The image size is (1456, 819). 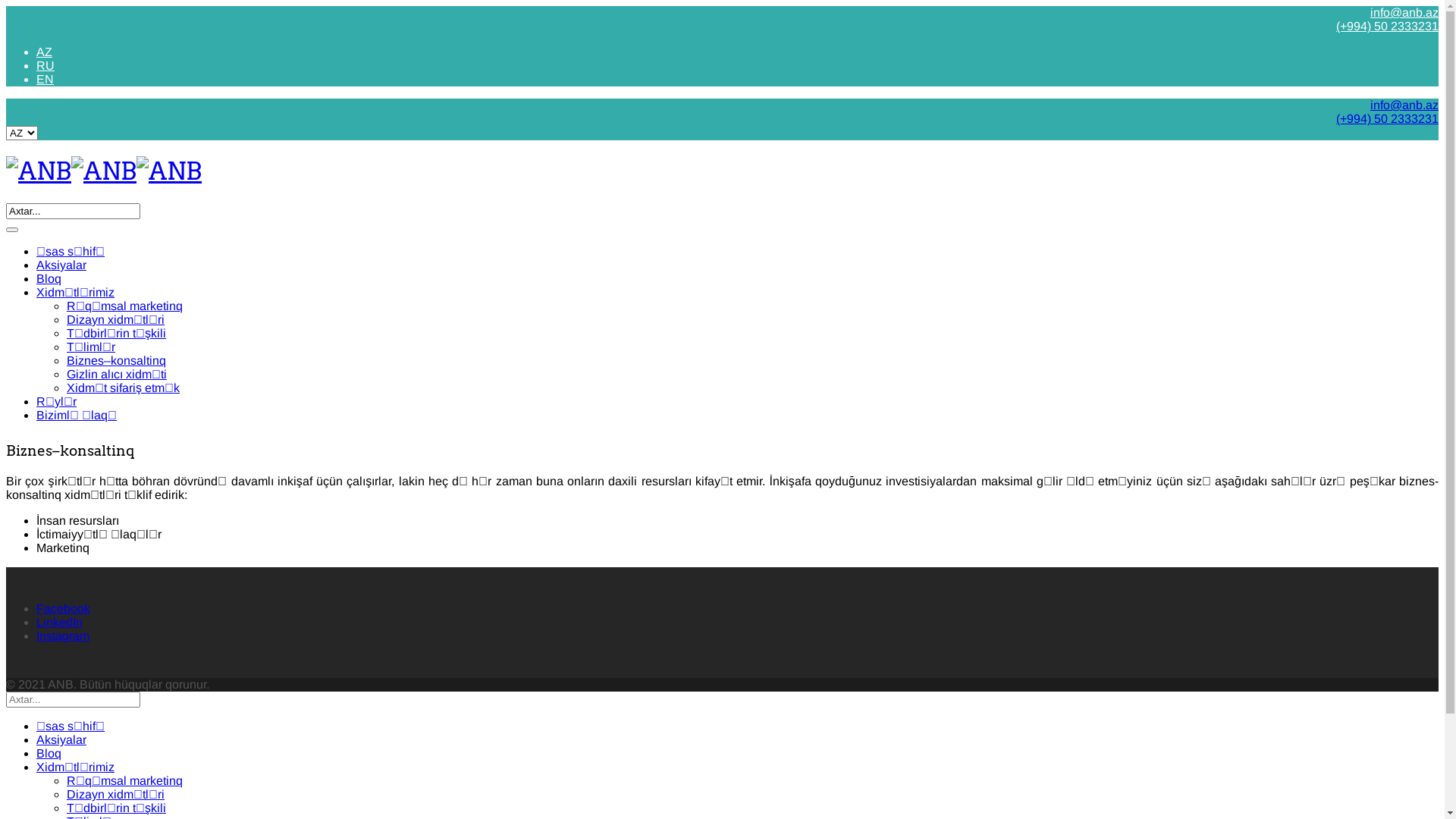 I want to click on 'Axtar', so click(x=6, y=230).